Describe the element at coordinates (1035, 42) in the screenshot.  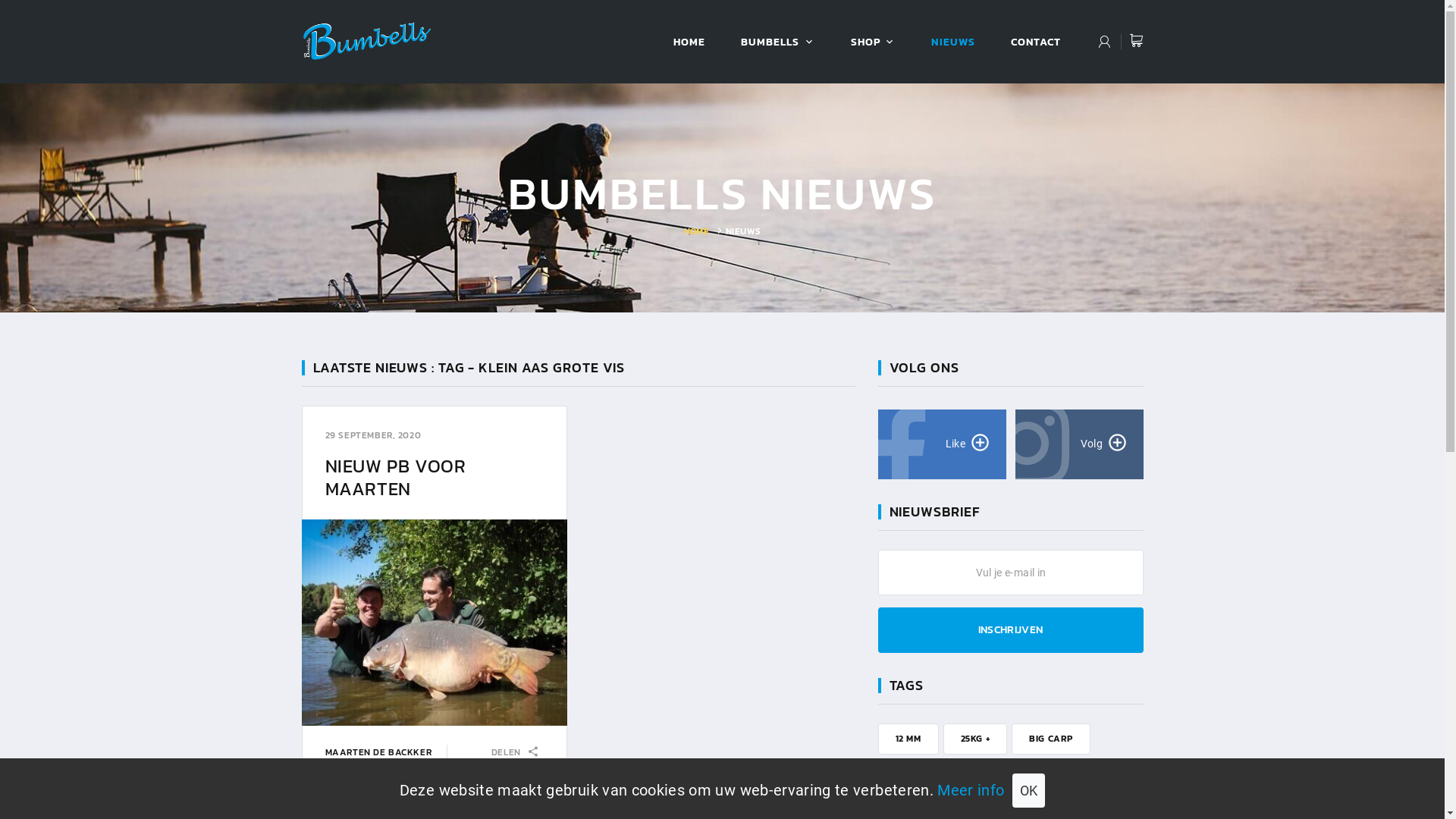
I see `'CONTACT'` at that location.